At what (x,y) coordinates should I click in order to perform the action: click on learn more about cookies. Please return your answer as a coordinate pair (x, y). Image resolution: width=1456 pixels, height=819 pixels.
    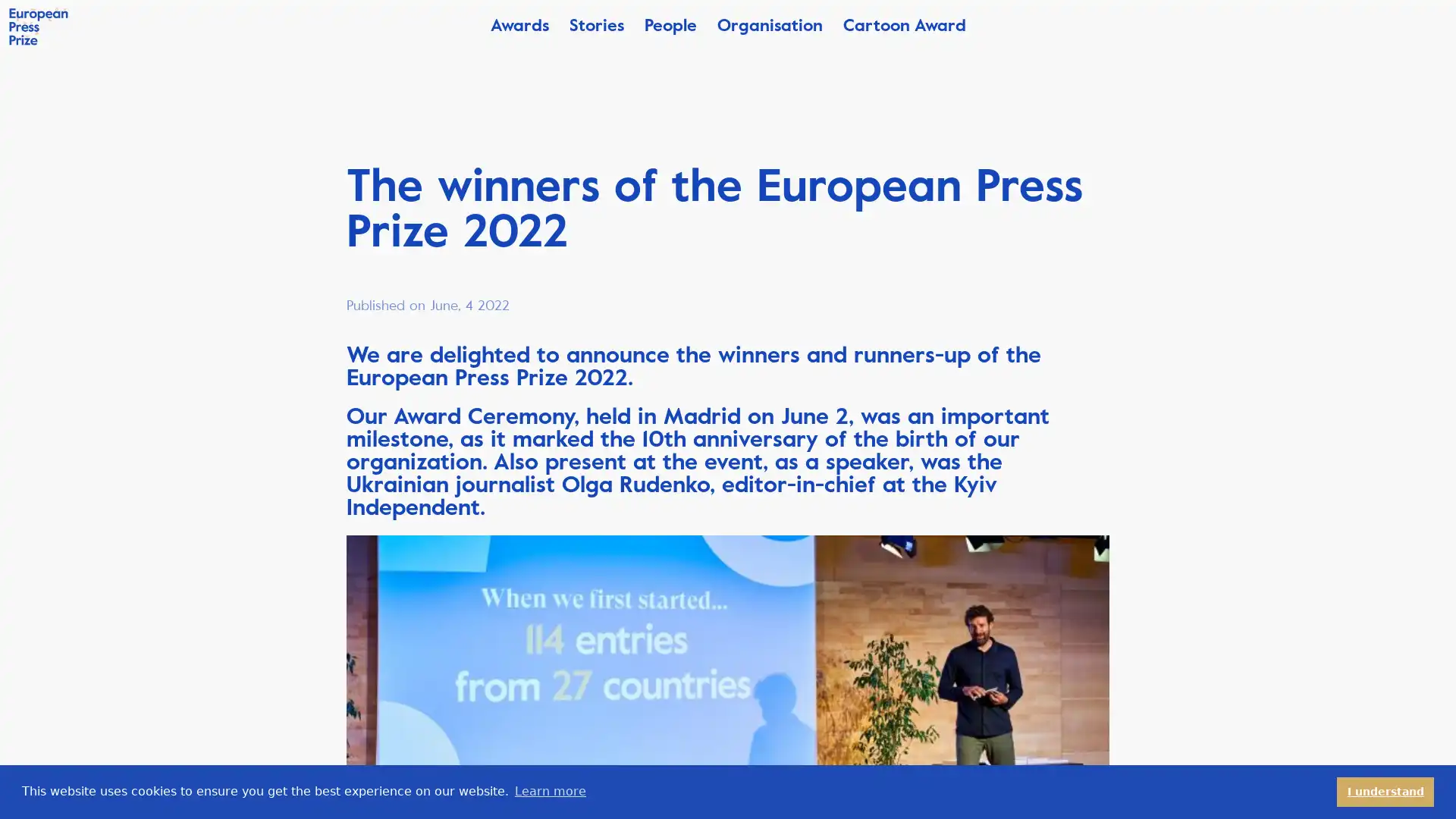
    Looking at the image, I should click on (549, 791).